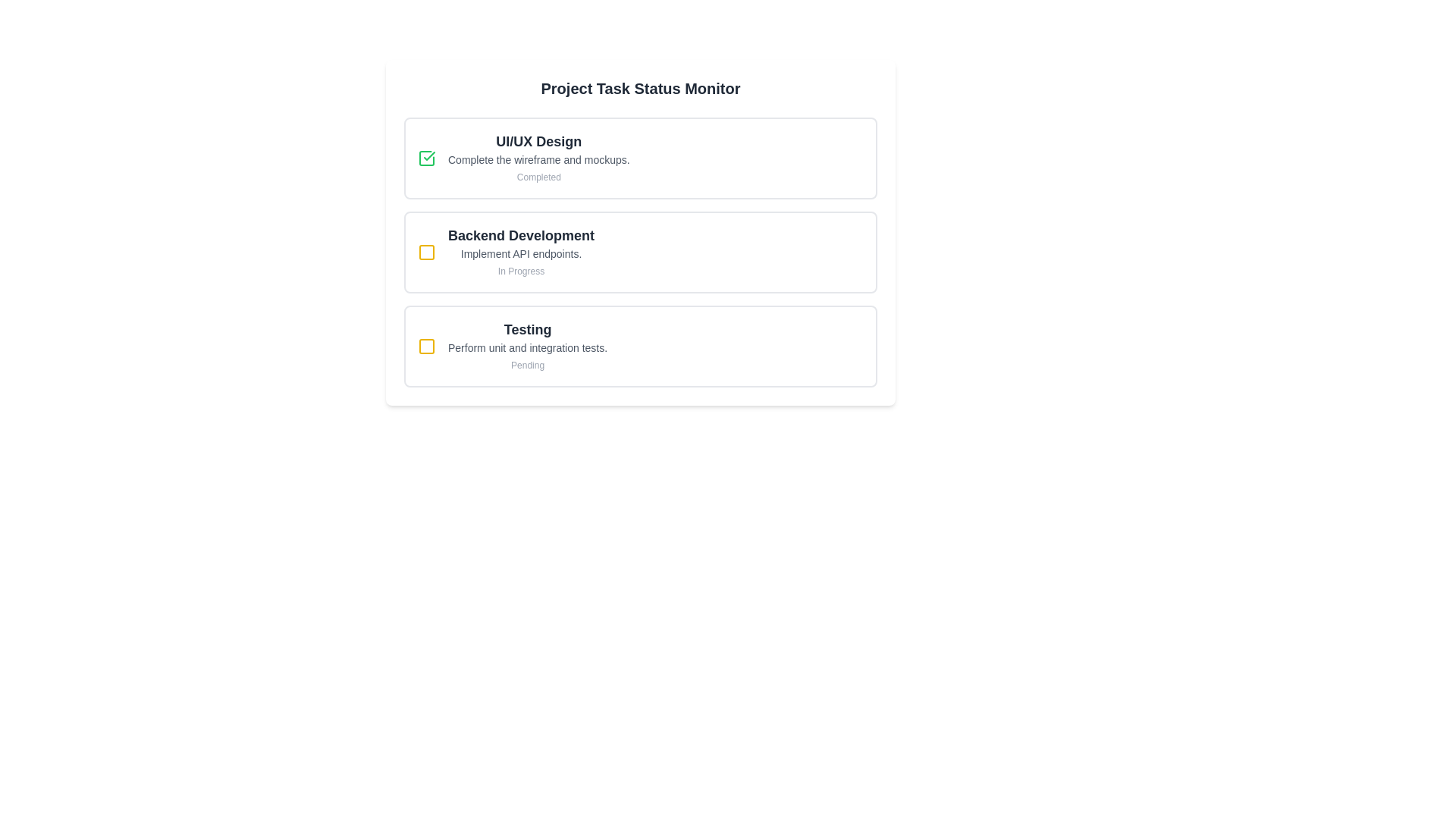 This screenshot has width=1456, height=819. I want to click on the task card displaying task information that indicates the task is completed, located at the top of the 'Project Task Status Monitor' section, so click(640, 158).